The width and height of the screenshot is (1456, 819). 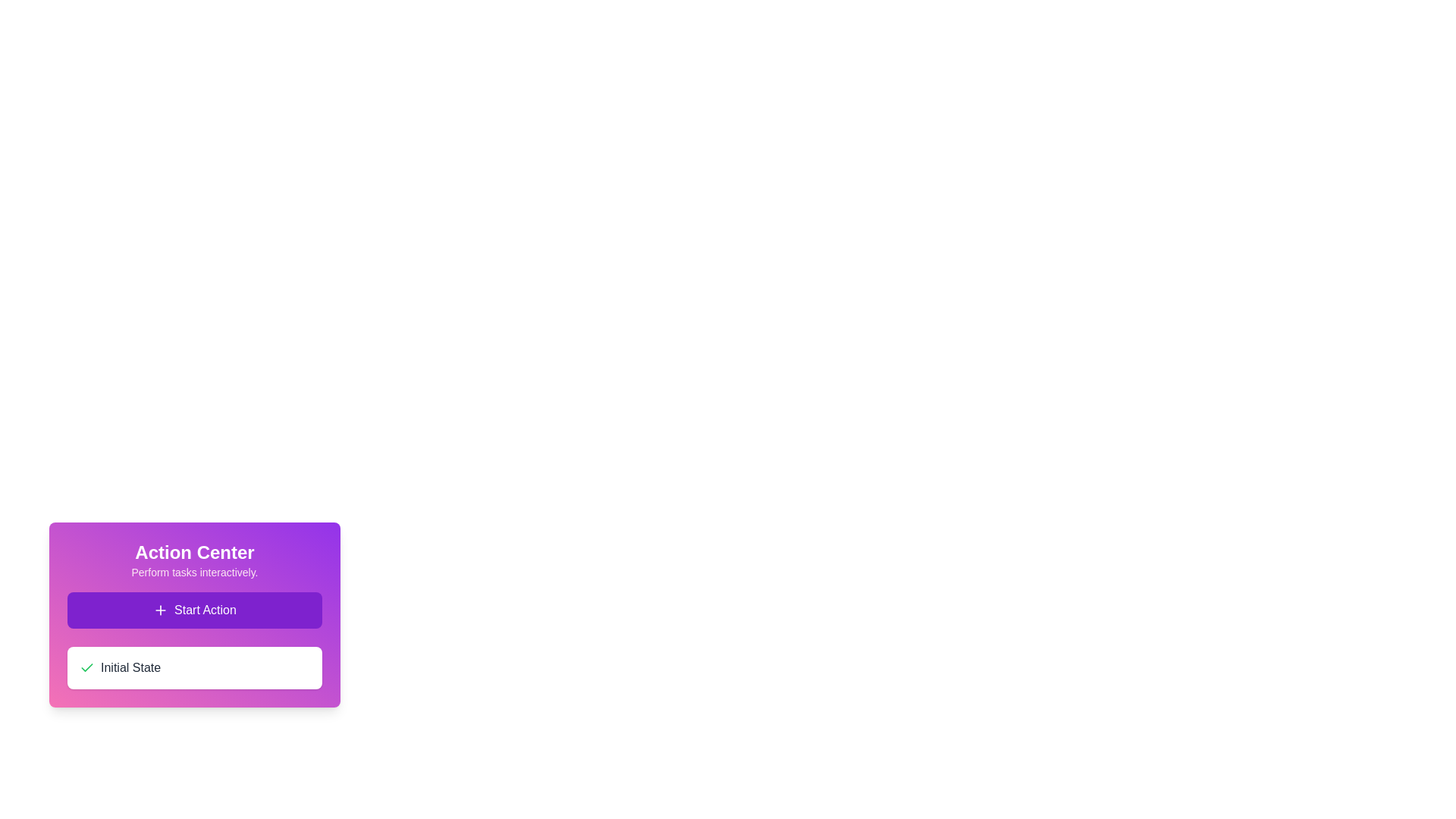 What do you see at coordinates (86, 667) in the screenshot?
I see `the SVG Icon indicating the 'Initial State' to visually confirm its activation or completion status` at bounding box center [86, 667].